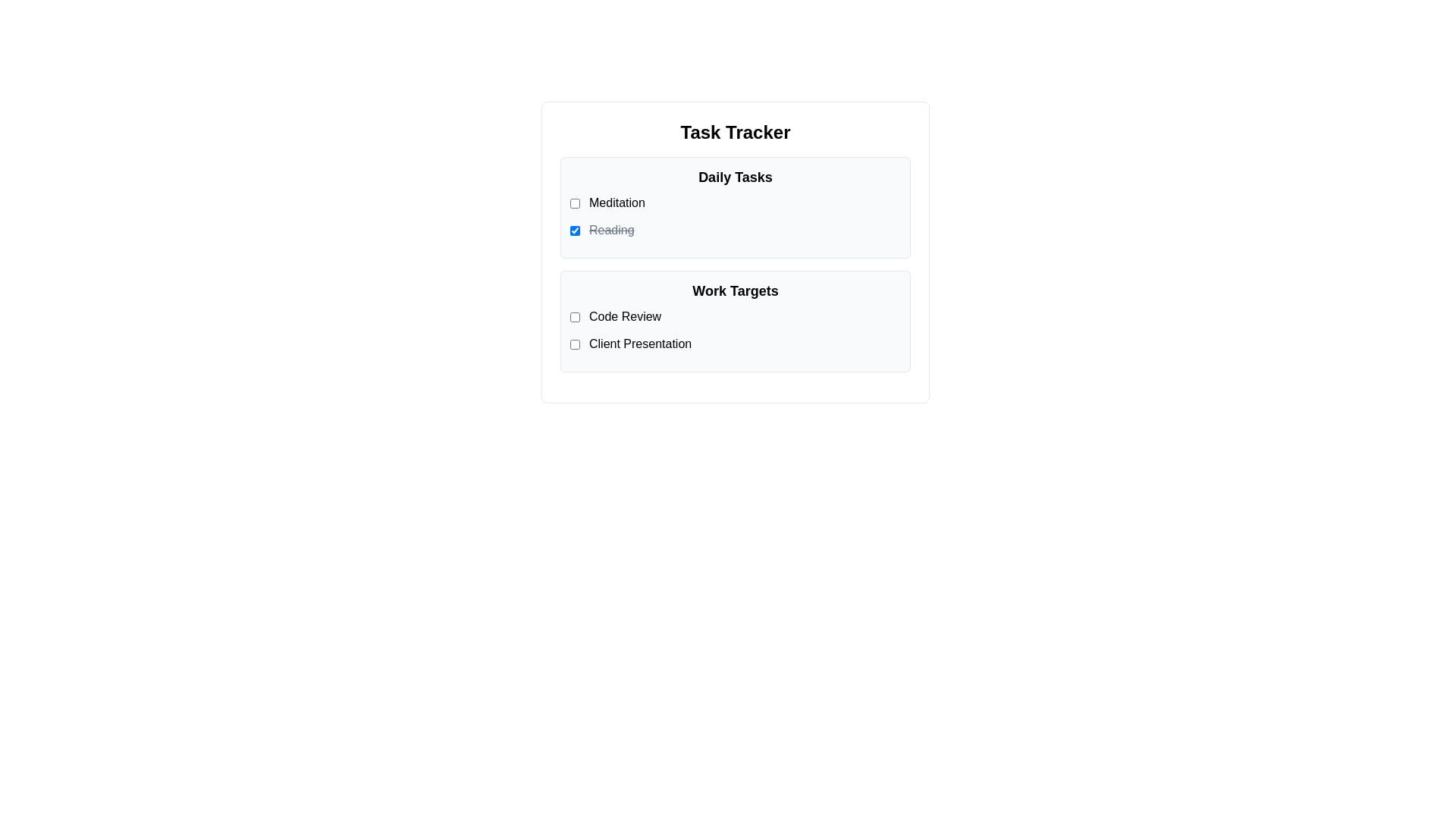 The width and height of the screenshot is (1456, 819). I want to click on the 'Work Targets' section containing labeled checkboxes, so click(735, 321).